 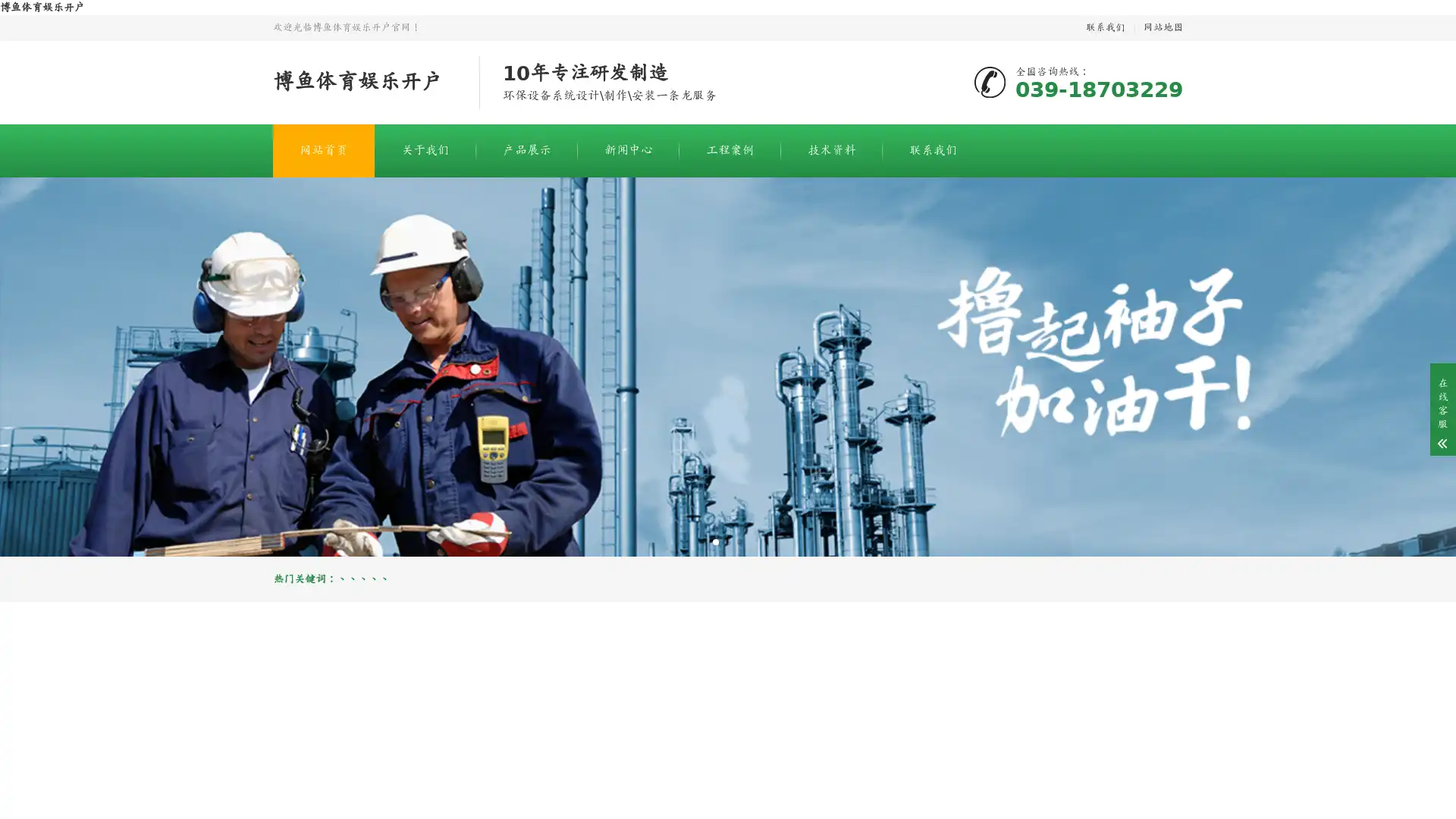 I want to click on Go to slide 1, so click(x=715, y=541).